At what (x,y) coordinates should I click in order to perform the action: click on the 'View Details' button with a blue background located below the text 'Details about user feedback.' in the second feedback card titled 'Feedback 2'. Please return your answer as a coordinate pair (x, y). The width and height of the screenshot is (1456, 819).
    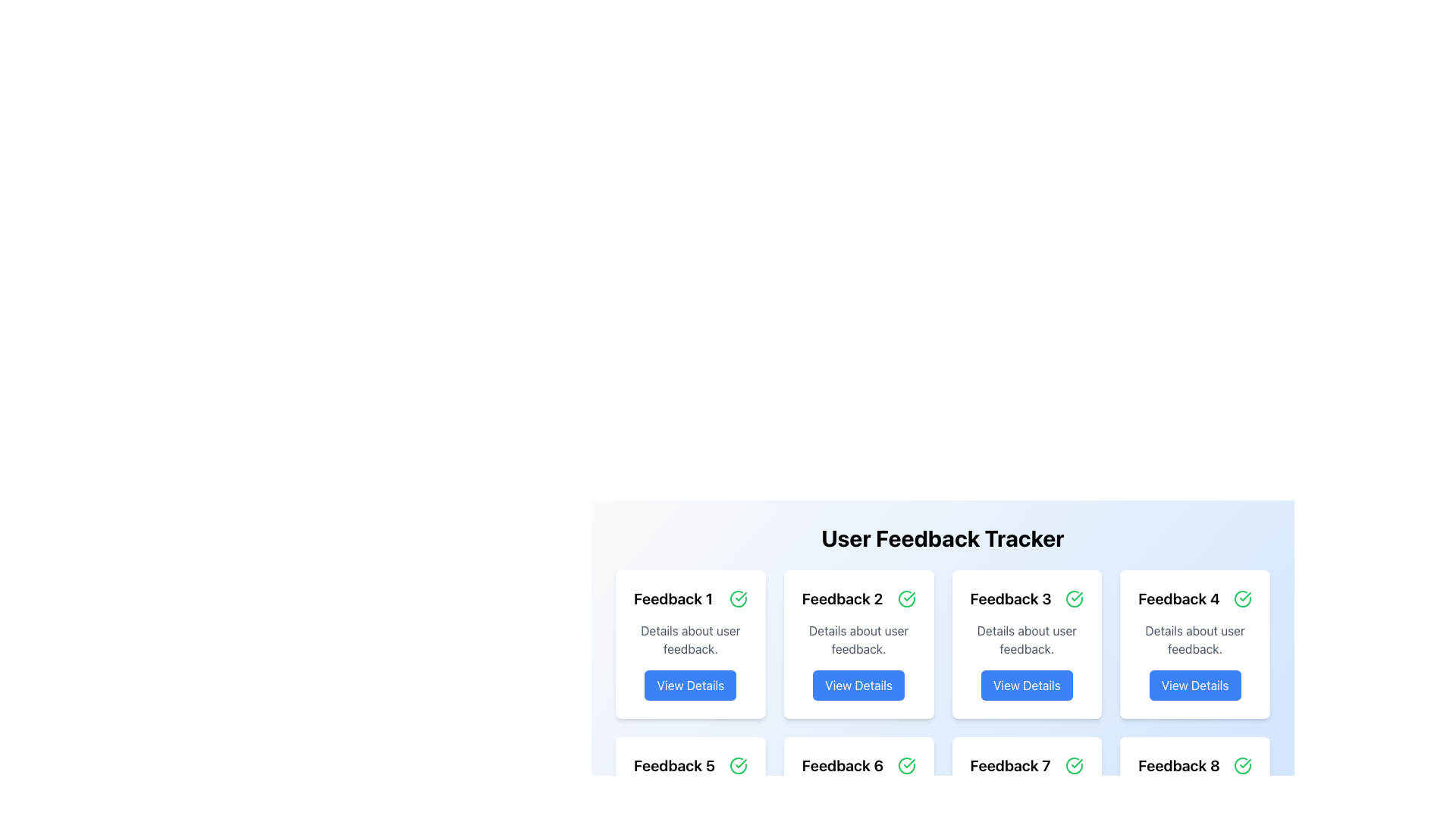
    Looking at the image, I should click on (858, 685).